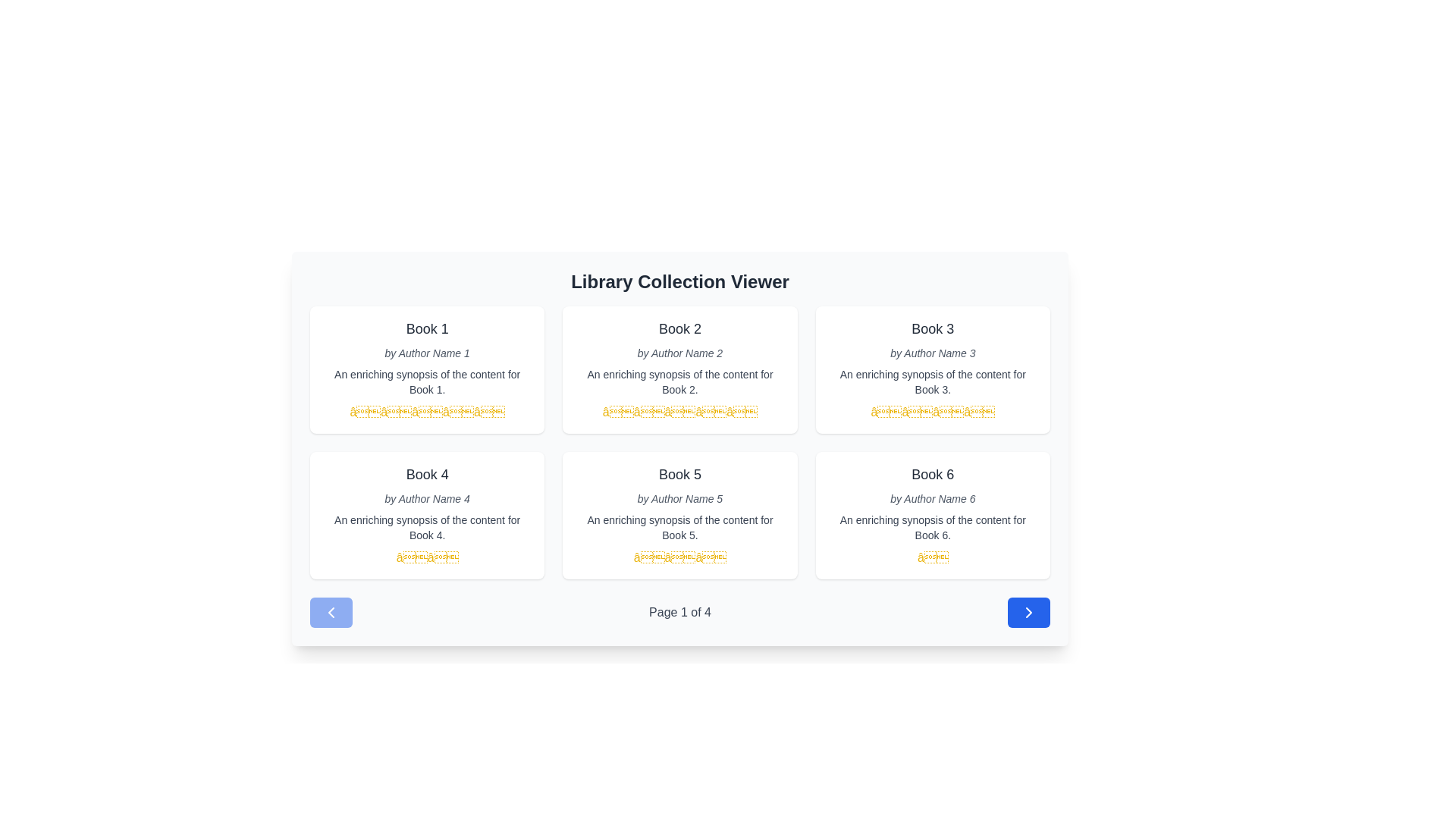  I want to click on the static text label displaying the author's name associated with 'Book 4', positioned below the title and above the synopsis, so click(426, 499).